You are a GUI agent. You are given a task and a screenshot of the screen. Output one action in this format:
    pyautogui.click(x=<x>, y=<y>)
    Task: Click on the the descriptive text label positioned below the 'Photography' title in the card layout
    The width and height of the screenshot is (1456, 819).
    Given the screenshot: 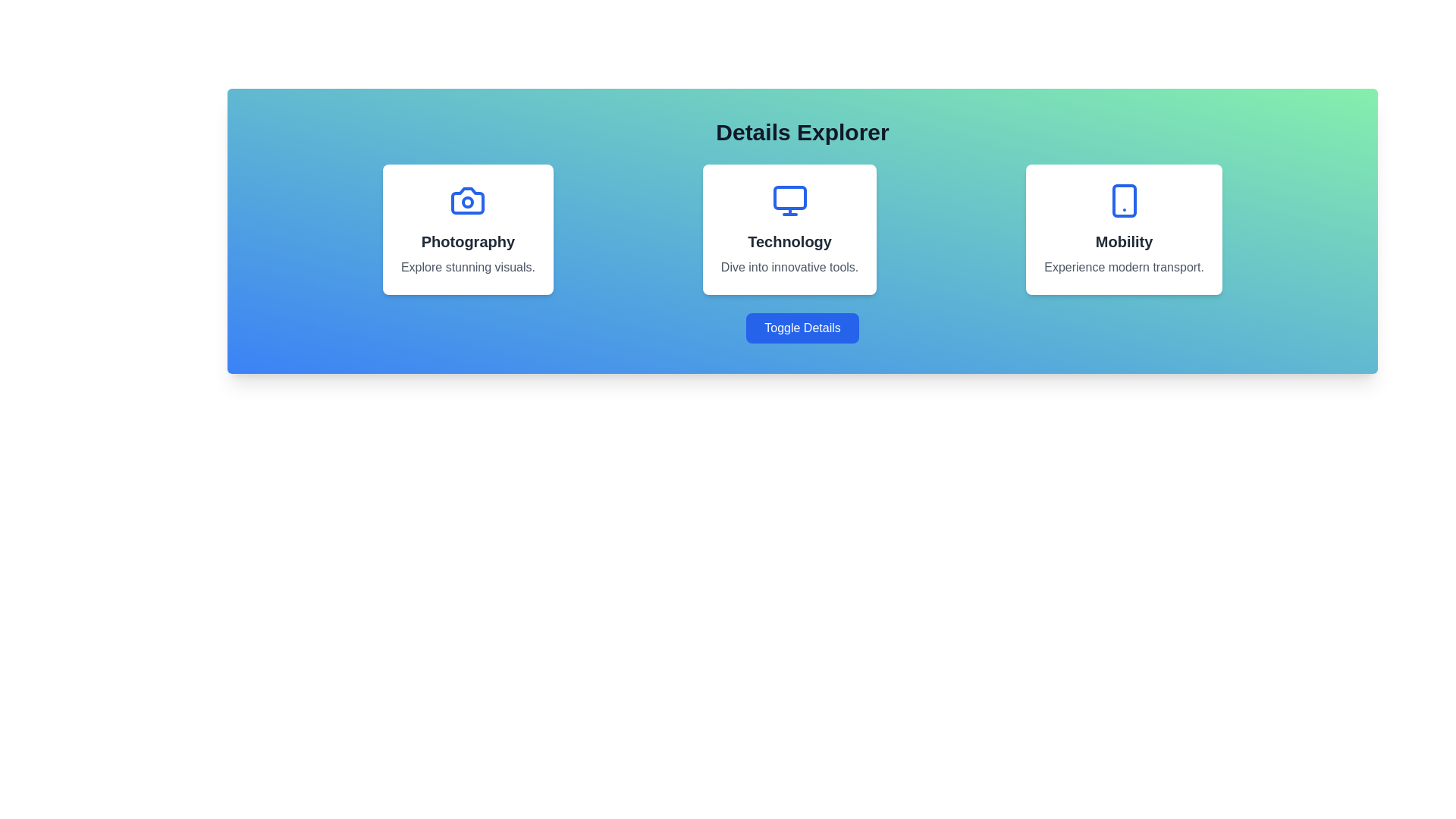 What is the action you would take?
    pyautogui.click(x=467, y=267)
    